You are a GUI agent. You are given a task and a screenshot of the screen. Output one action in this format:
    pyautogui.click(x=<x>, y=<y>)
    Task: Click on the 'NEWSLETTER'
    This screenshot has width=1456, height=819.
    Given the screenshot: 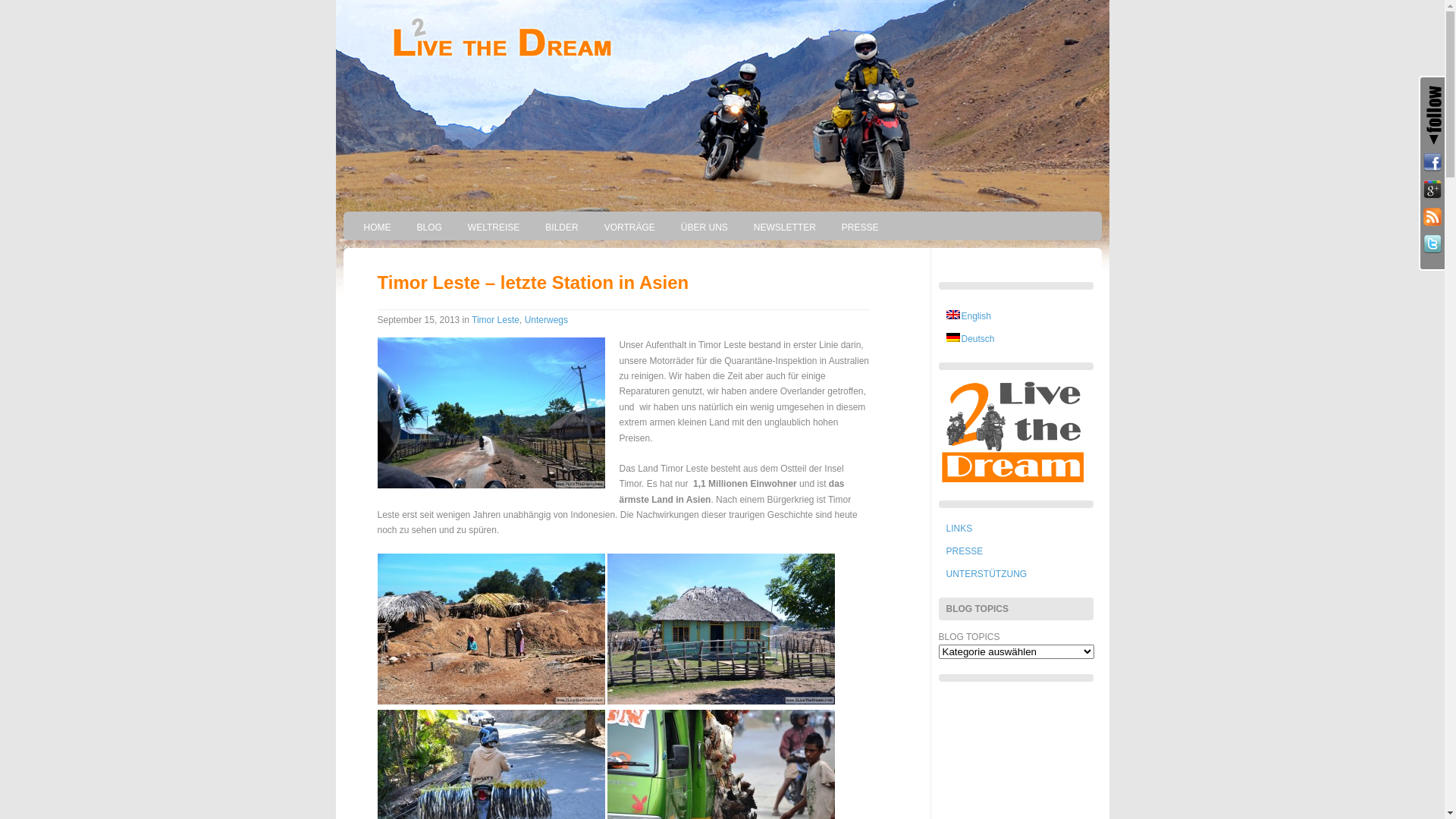 What is the action you would take?
    pyautogui.click(x=742, y=227)
    